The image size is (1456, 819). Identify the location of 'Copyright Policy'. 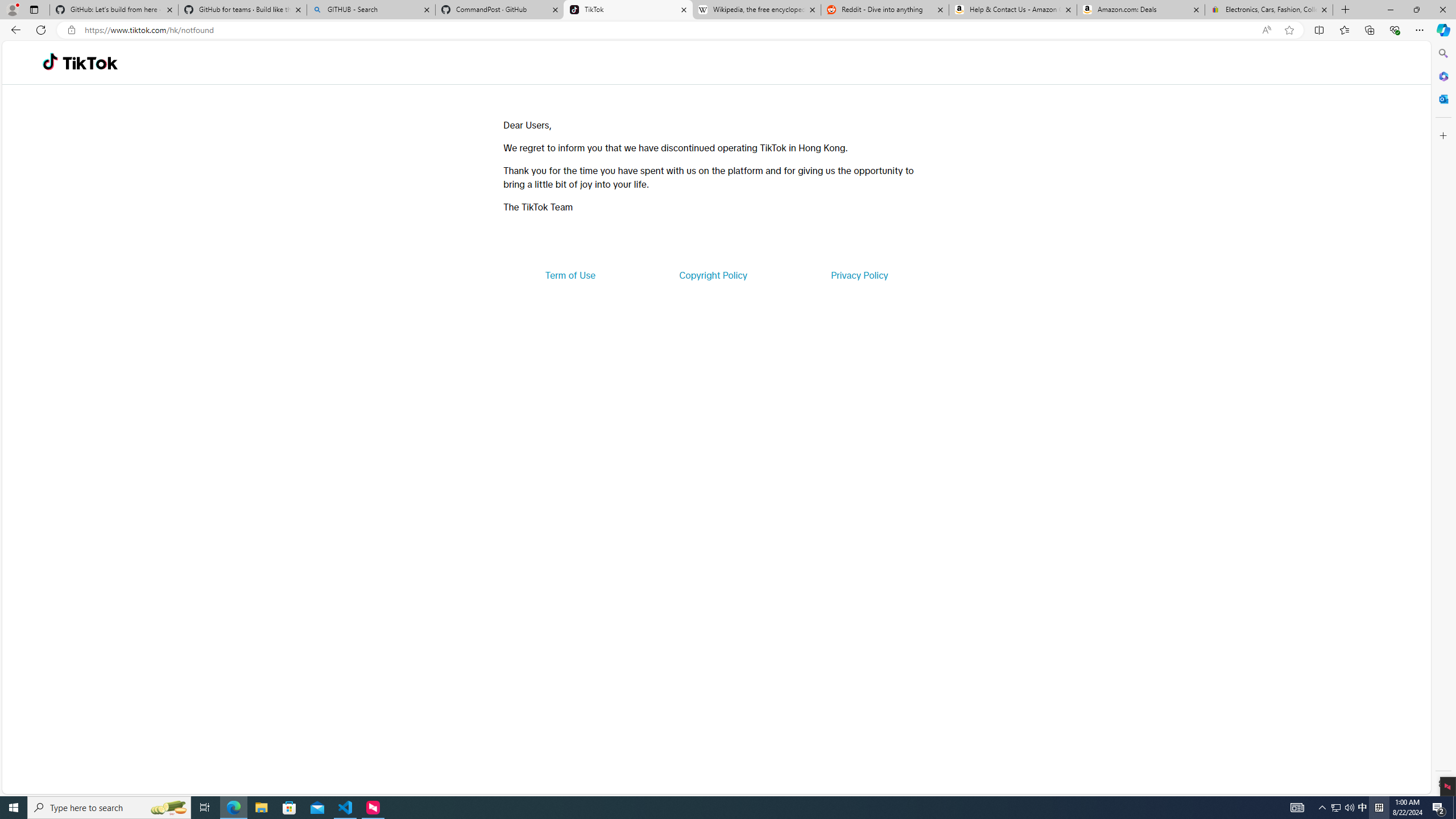
(712, 274).